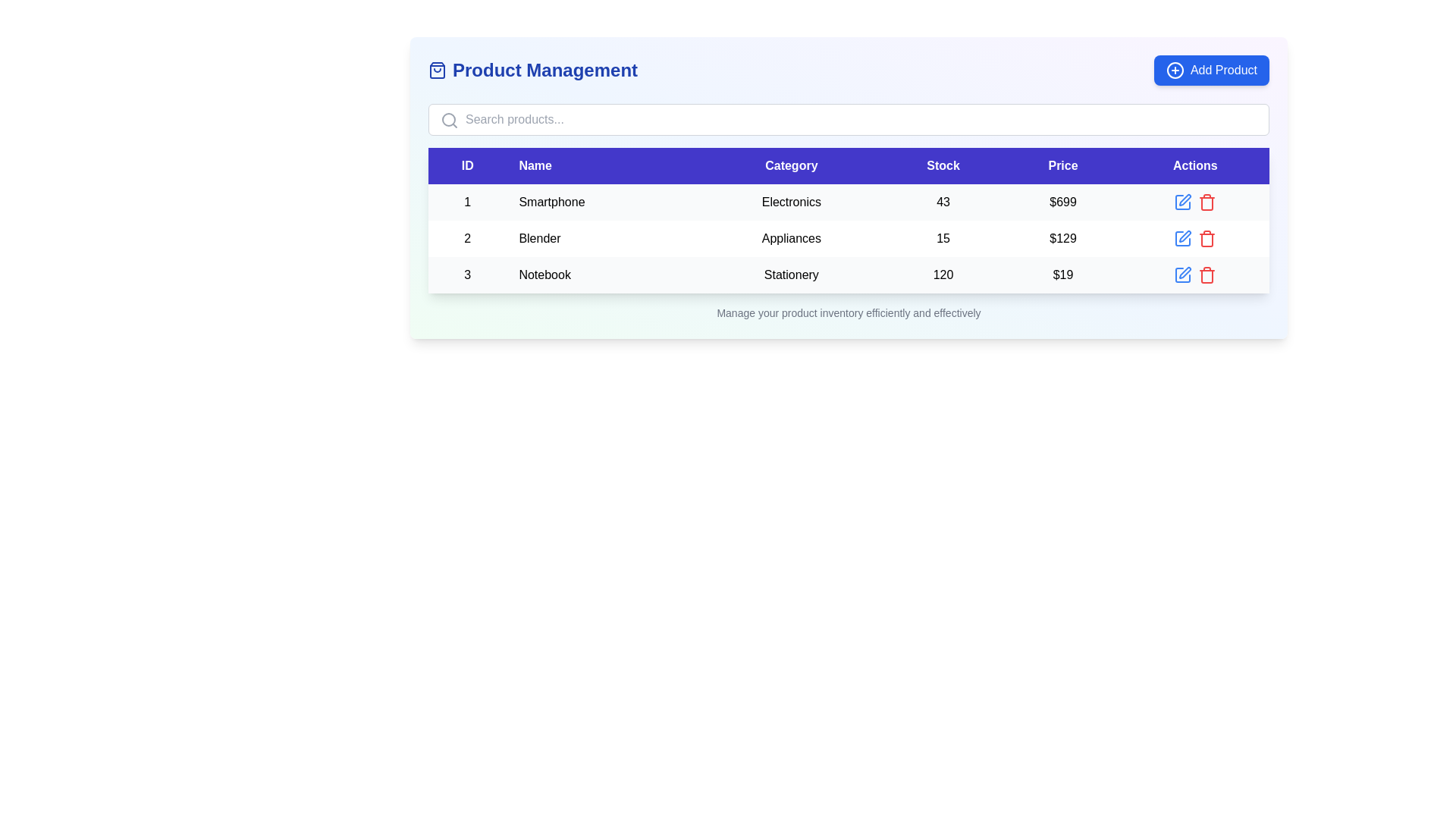  I want to click on the non-interactive informational text field indicating the category of the product 'Smartphone' in the third column under the 'Category' heading, so click(790, 201).